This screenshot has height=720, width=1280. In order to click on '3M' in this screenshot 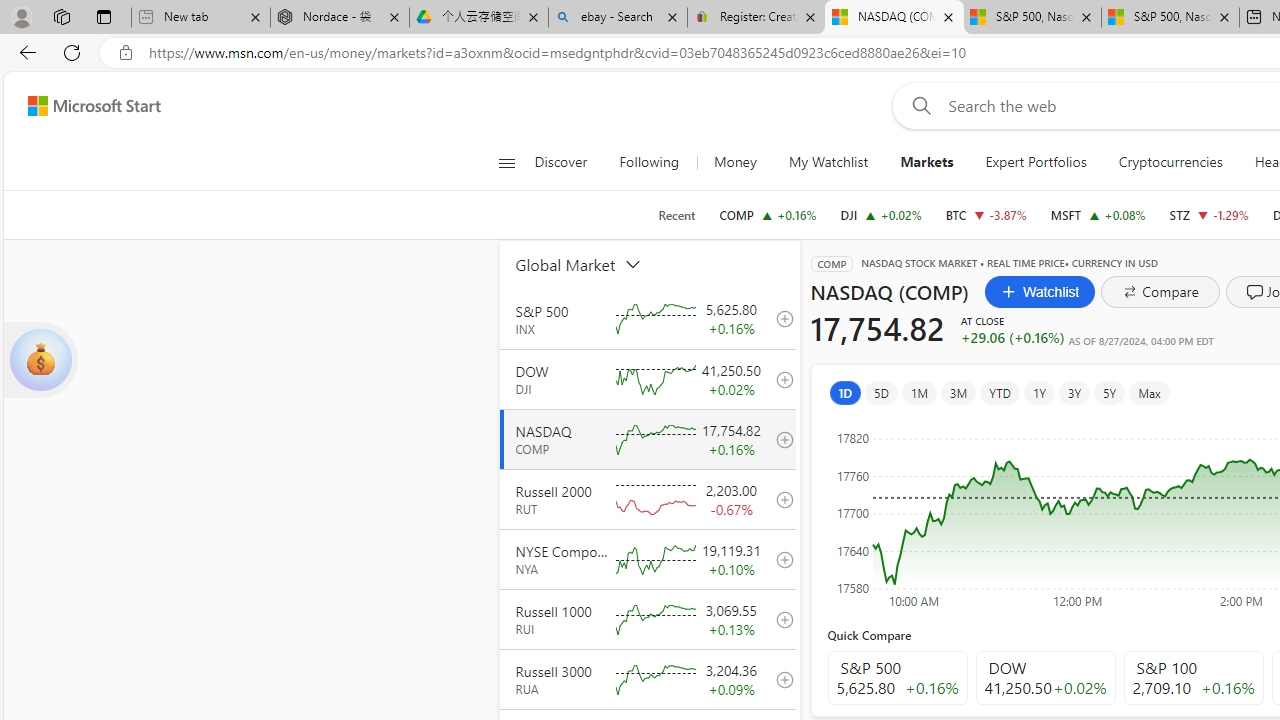, I will do `click(957, 392)`.